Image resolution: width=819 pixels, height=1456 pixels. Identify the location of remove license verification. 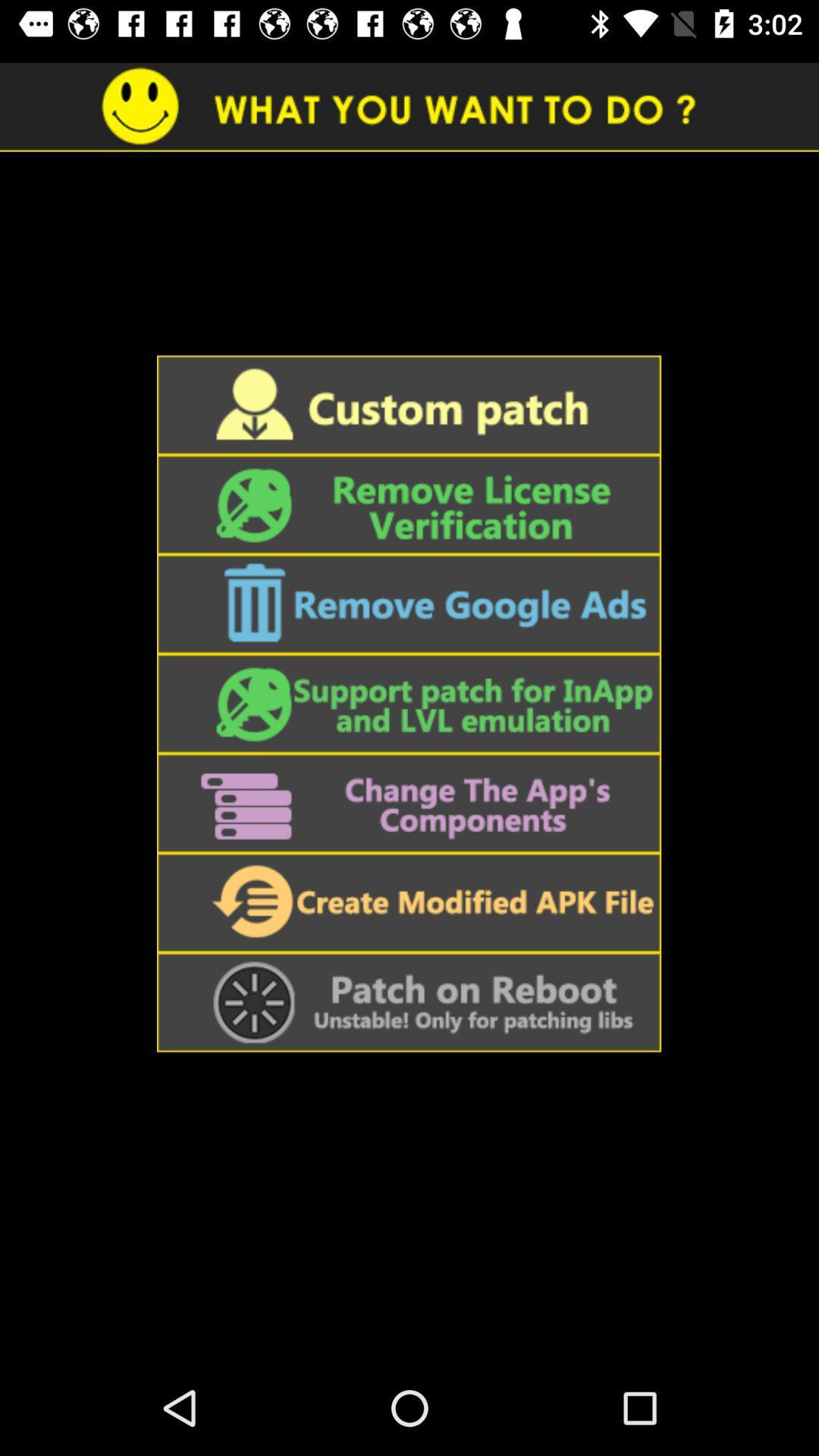
(408, 504).